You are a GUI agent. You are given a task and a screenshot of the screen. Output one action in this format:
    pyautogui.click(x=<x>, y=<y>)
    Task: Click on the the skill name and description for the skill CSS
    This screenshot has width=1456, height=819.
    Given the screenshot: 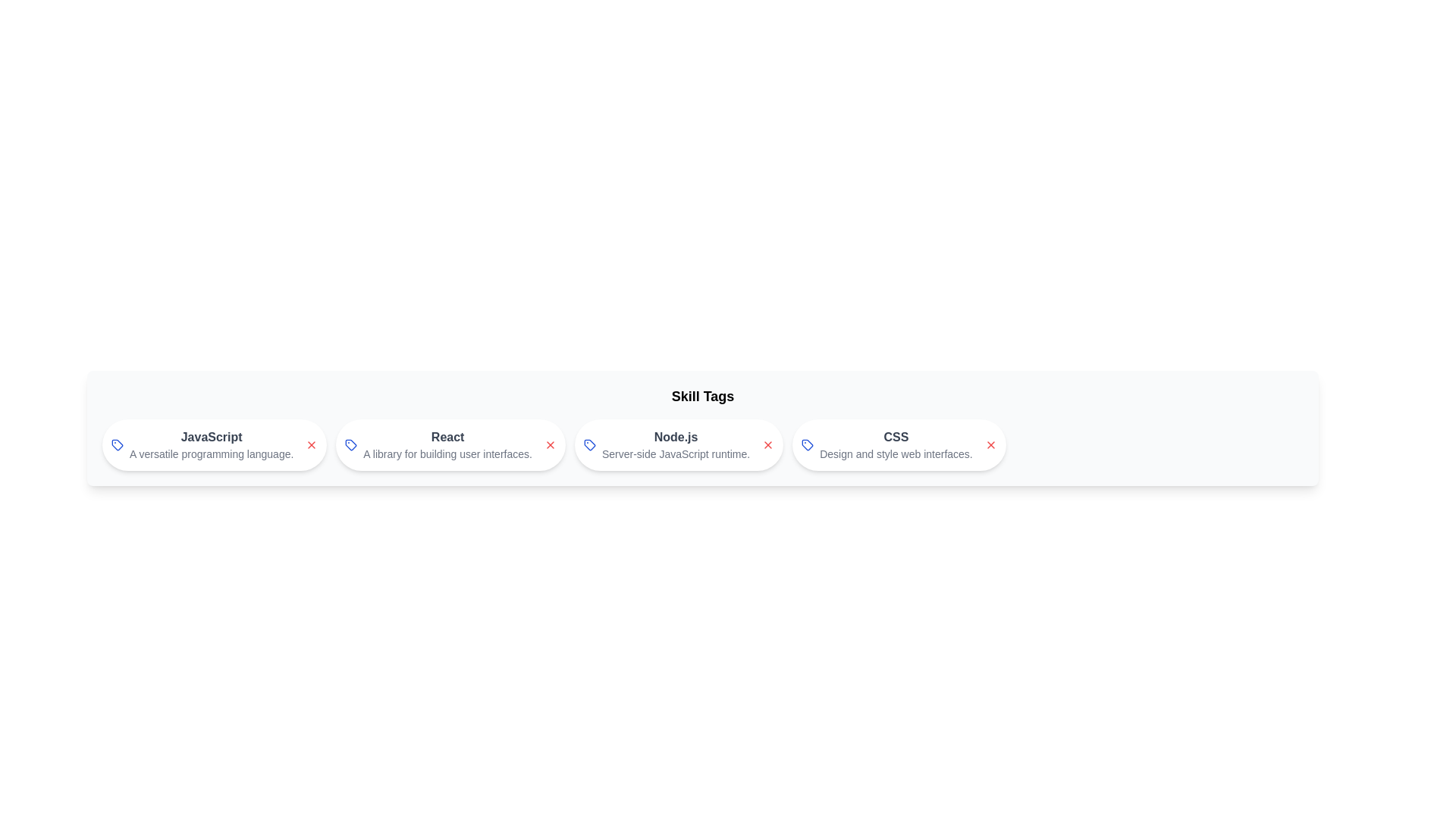 What is the action you would take?
    pyautogui.click(x=895, y=438)
    